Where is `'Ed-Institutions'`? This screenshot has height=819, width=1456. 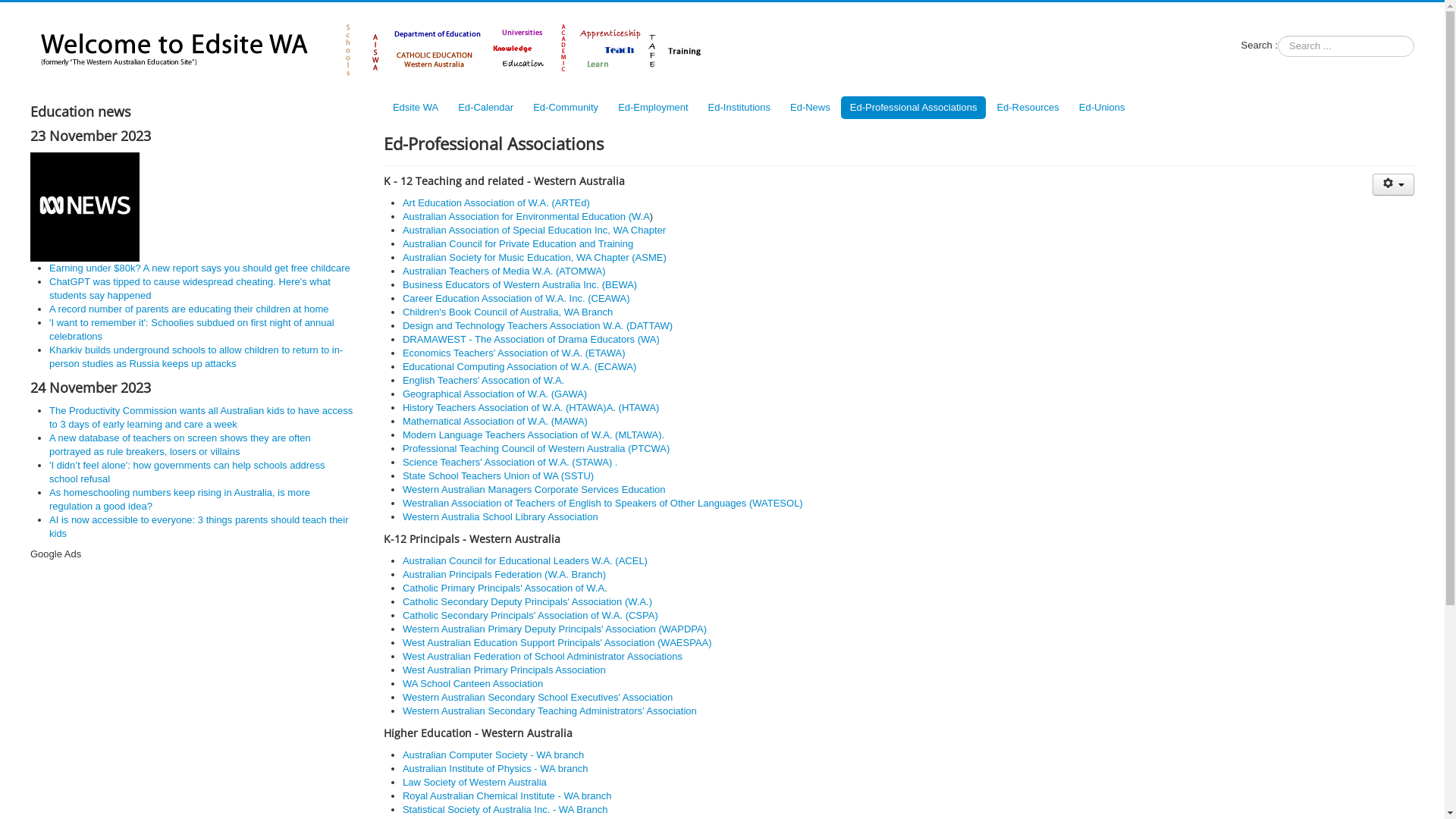 'Ed-Institutions' is located at coordinates (698, 107).